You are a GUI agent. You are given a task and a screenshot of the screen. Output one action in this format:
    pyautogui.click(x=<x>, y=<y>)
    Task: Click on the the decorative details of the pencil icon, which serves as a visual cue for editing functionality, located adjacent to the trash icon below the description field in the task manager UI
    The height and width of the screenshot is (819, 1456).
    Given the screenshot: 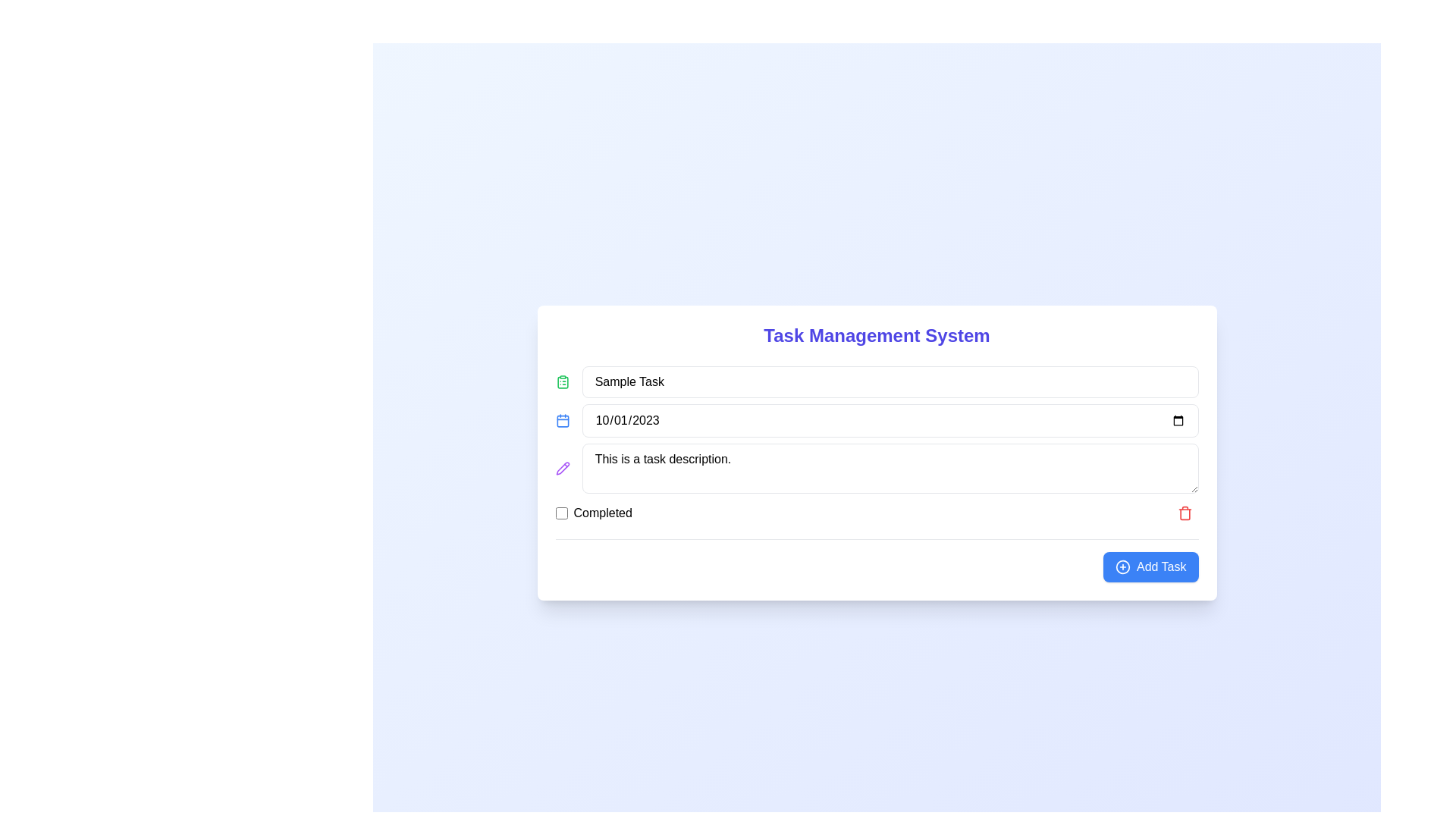 What is the action you would take?
    pyautogui.click(x=562, y=467)
    